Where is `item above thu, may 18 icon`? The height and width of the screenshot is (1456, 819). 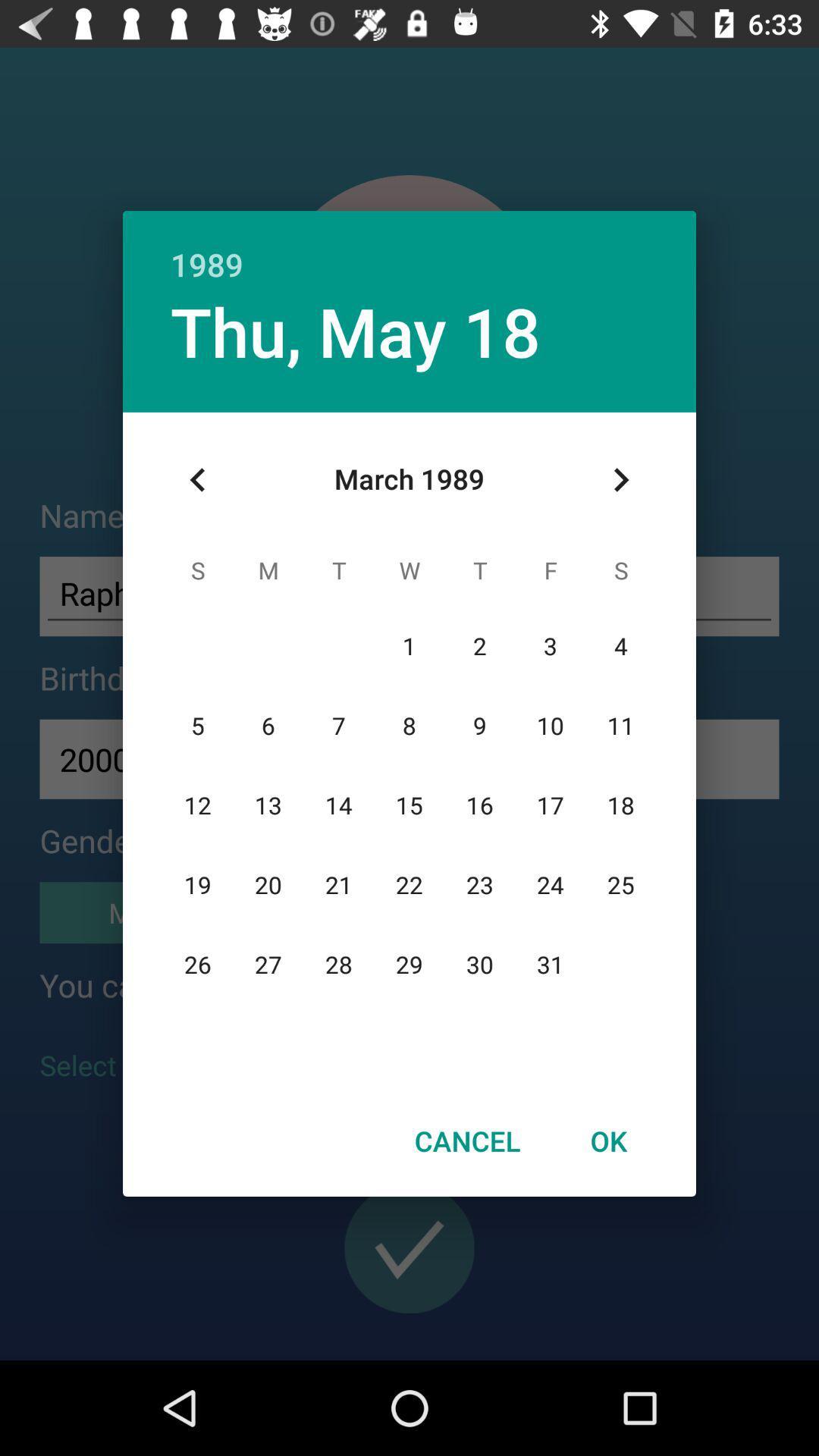
item above thu, may 18 icon is located at coordinates (409, 248).